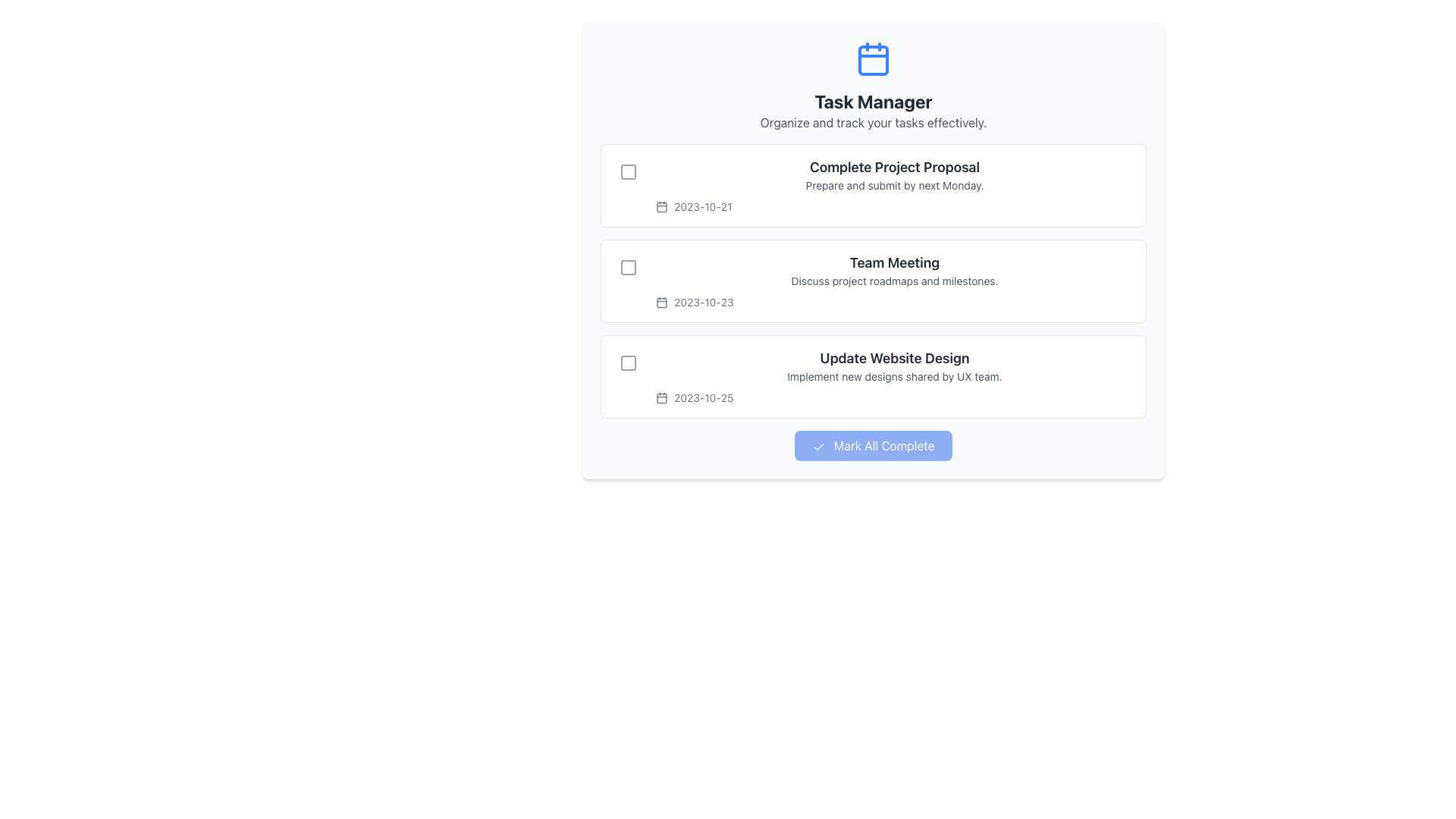 This screenshot has height=819, width=1456. Describe the element at coordinates (895, 359) in the screenshot. I see `text content of the Text Label located at the top of the third task item in the task manager interface, which summarizes the task's purpose or subject` at that location.